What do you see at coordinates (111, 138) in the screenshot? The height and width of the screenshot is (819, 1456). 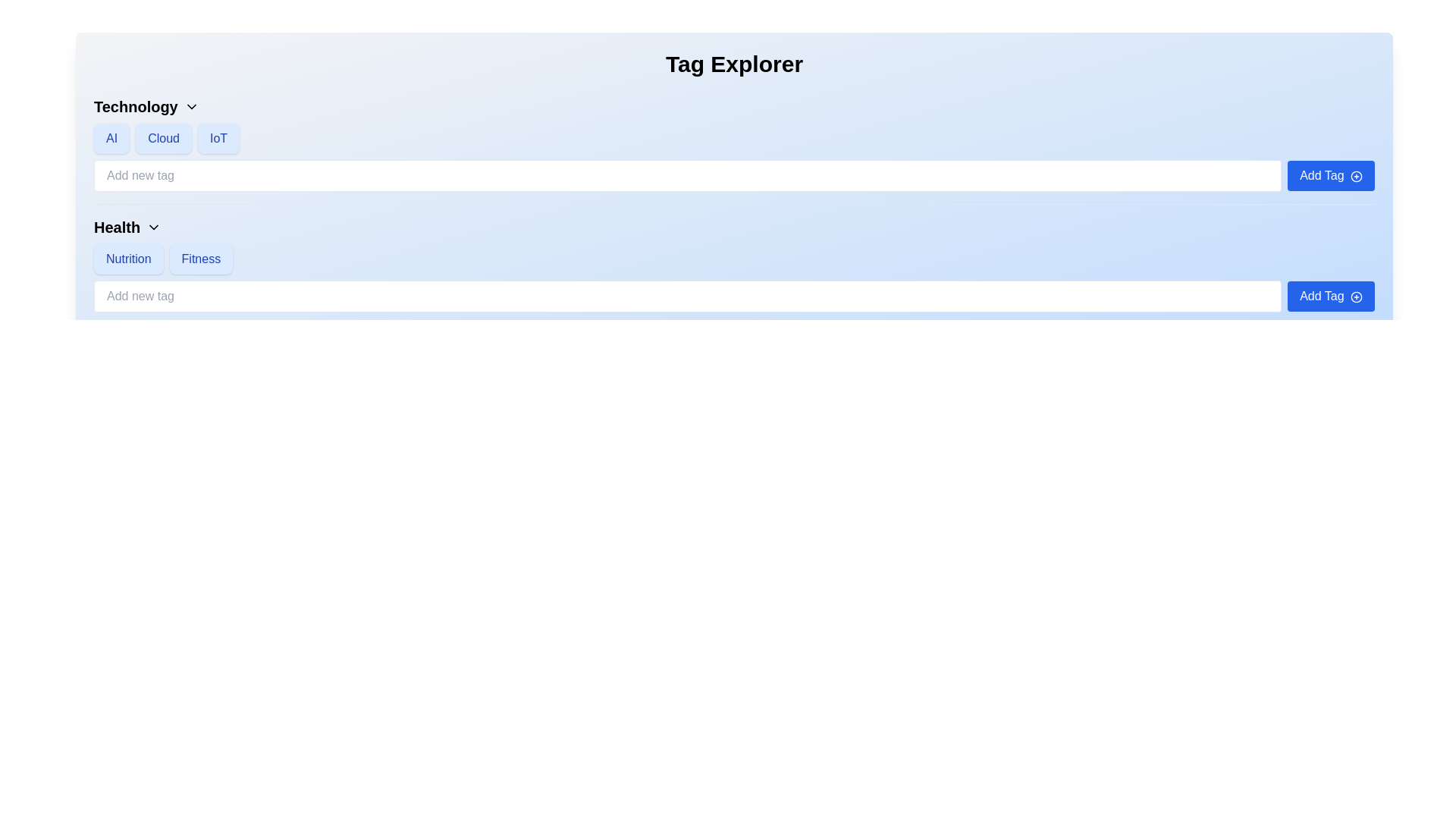 I see `the rectangular button labeled 'AI' with a light blue background and darker blue text` at bounding box center [111, 138].